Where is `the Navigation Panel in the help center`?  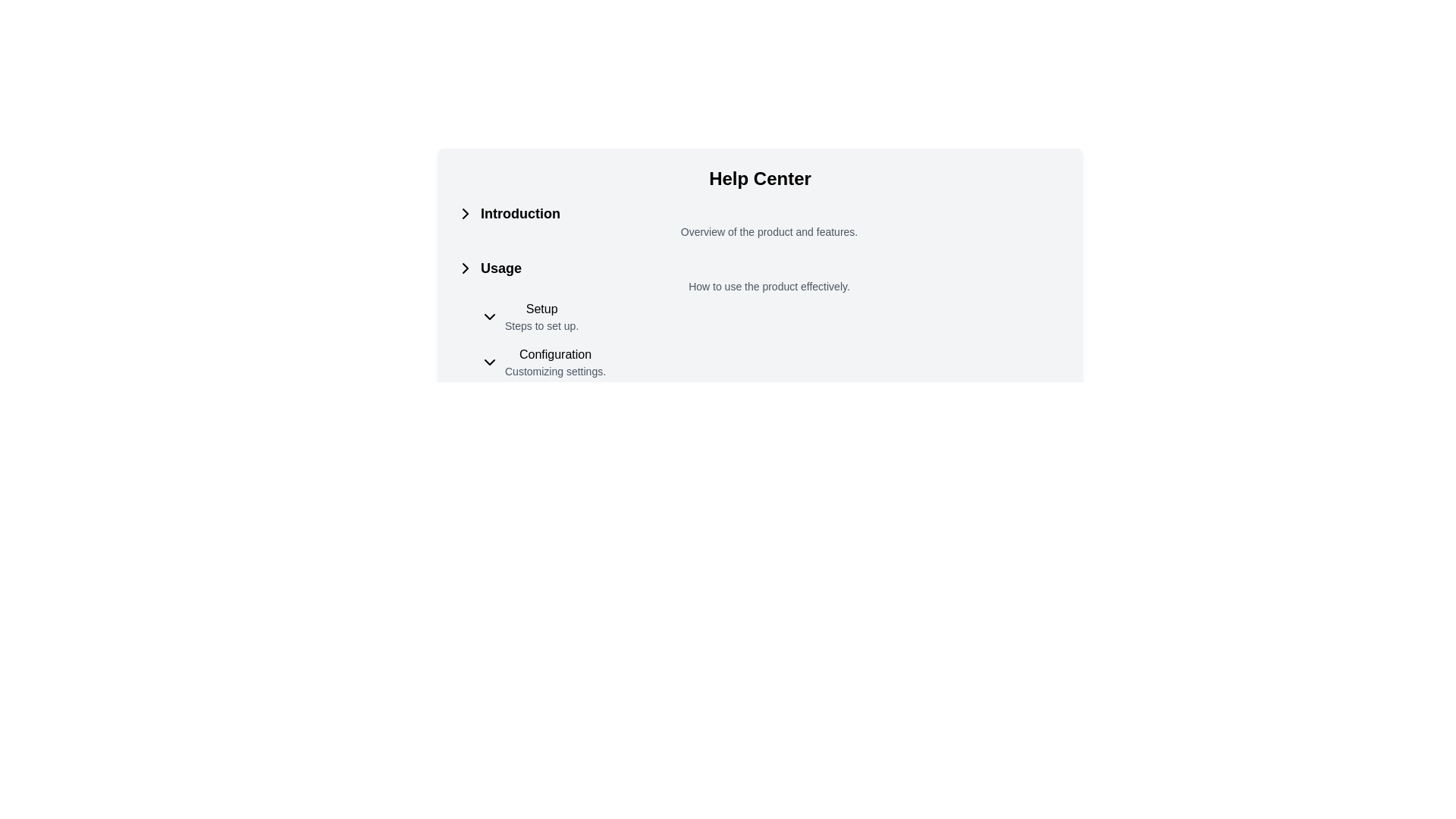
the Navigation Panel in the help center is located at coordinates (760, 318).